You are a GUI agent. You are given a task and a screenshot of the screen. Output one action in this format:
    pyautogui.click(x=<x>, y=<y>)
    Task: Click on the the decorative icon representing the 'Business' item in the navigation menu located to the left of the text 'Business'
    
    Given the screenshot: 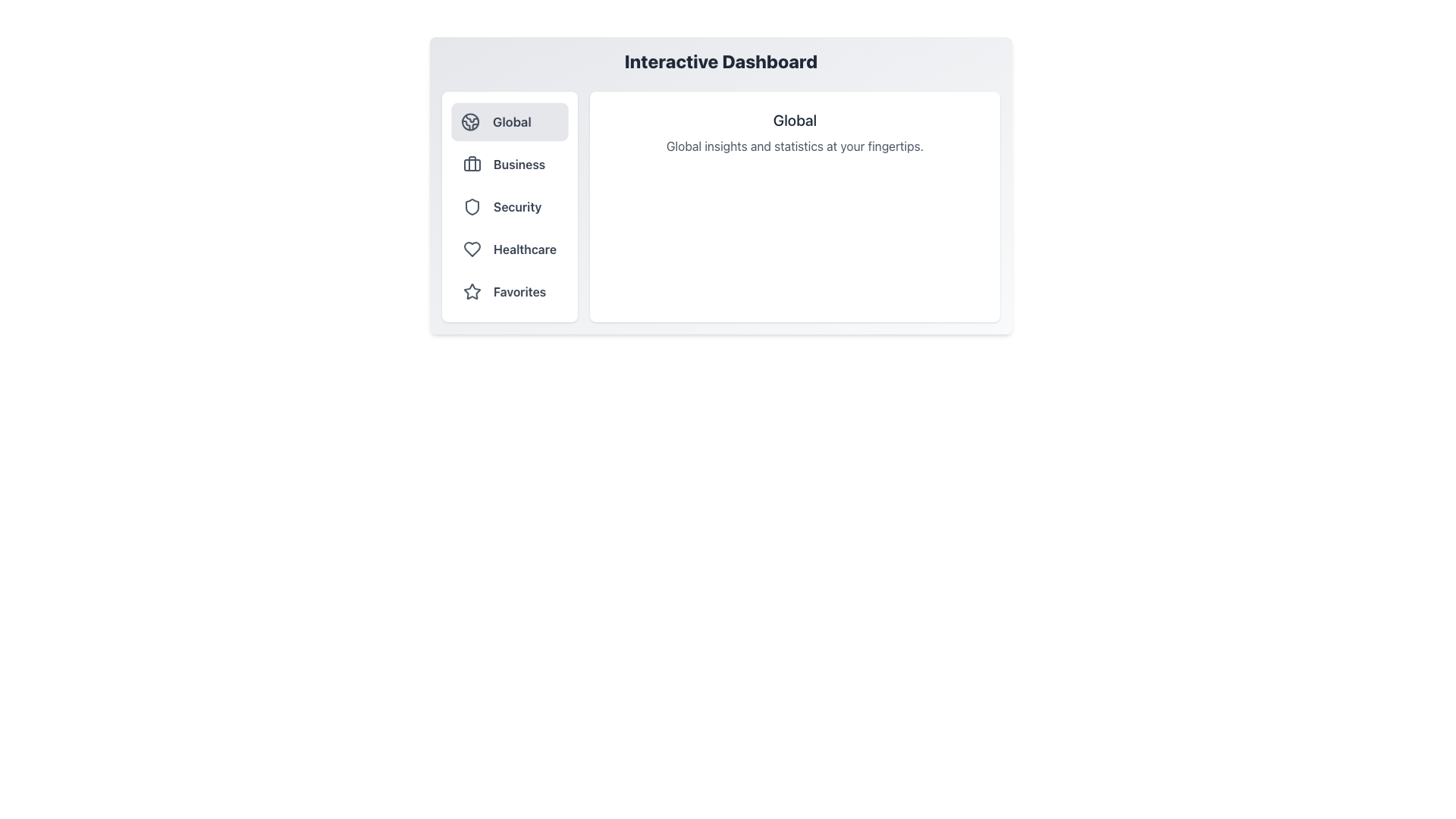 What is the action you would take?
    pyautogui.click(x=472, y=164)
    